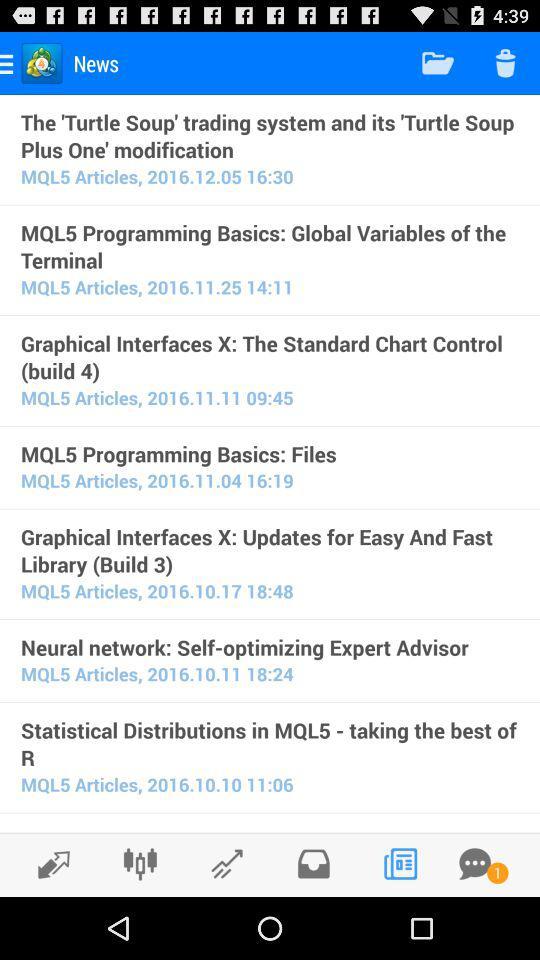 This screenshot has height=960, width=540. Describe the element at coordinates (139, 863) in the screenshot. I see `click options` at that location.